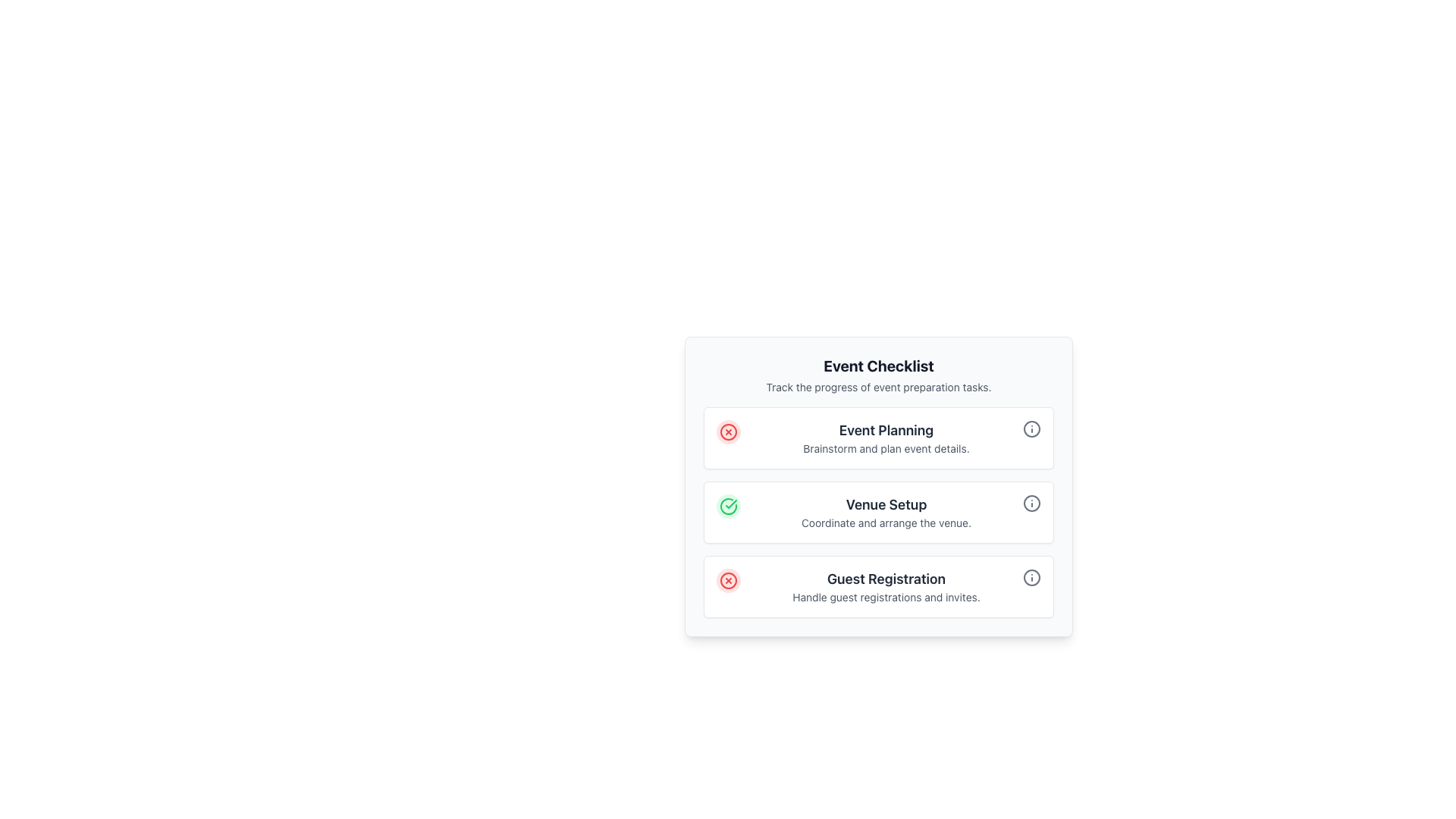 This screenshot has height=819, width=1456. What do you see at coordinates (1031, 503) in the screenshot?
I see `outer SVG circle that visually signifies the 'Venue Setup' task in the checklist` at bounding box center [1031, 503].